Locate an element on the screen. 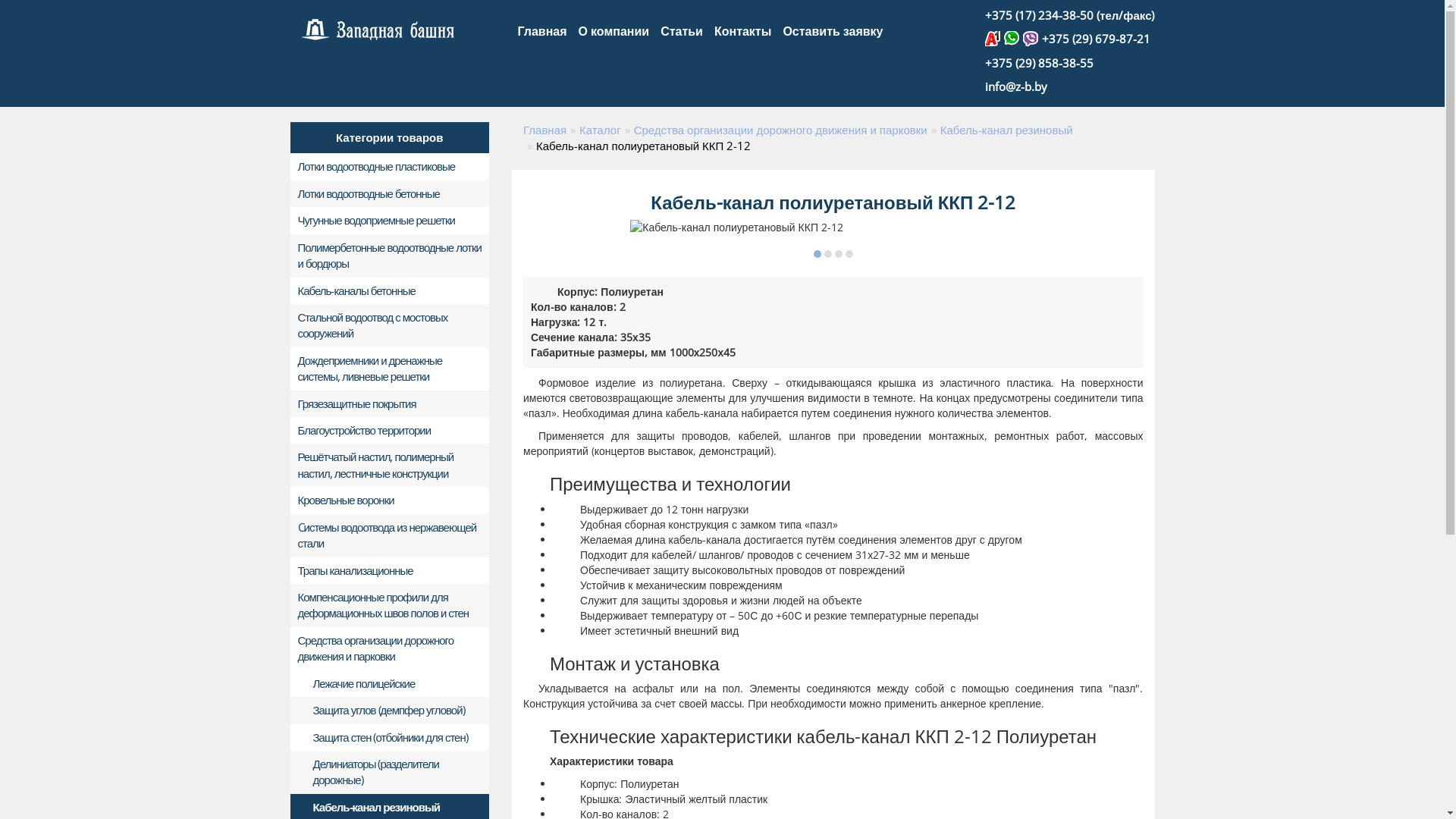  'viber' is located at coordinates (1031, 37).